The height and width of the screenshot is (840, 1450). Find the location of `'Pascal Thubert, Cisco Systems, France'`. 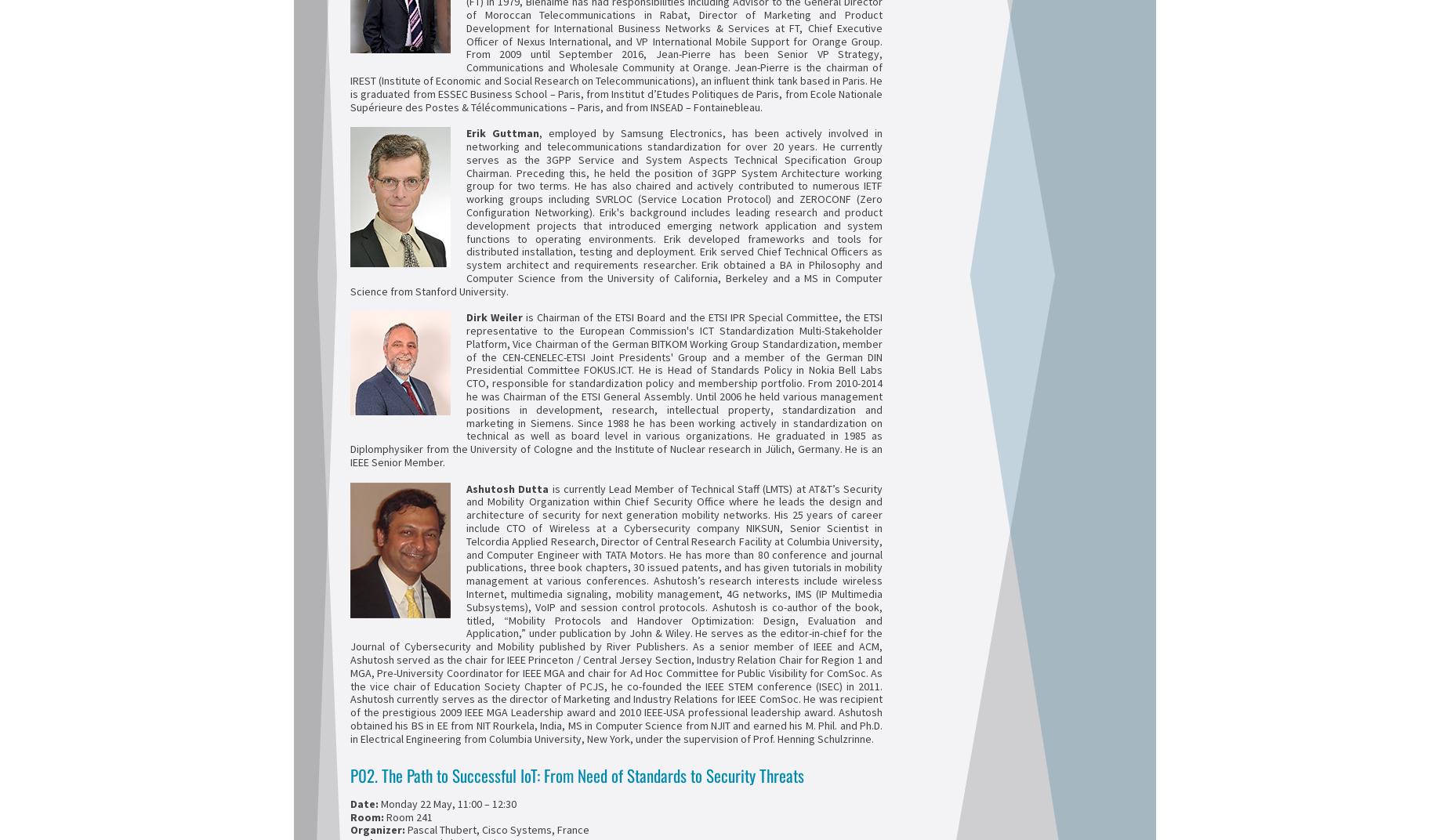

'Pascal Thubert, Cisco Systems, France' is located at coordinates (497, 830).